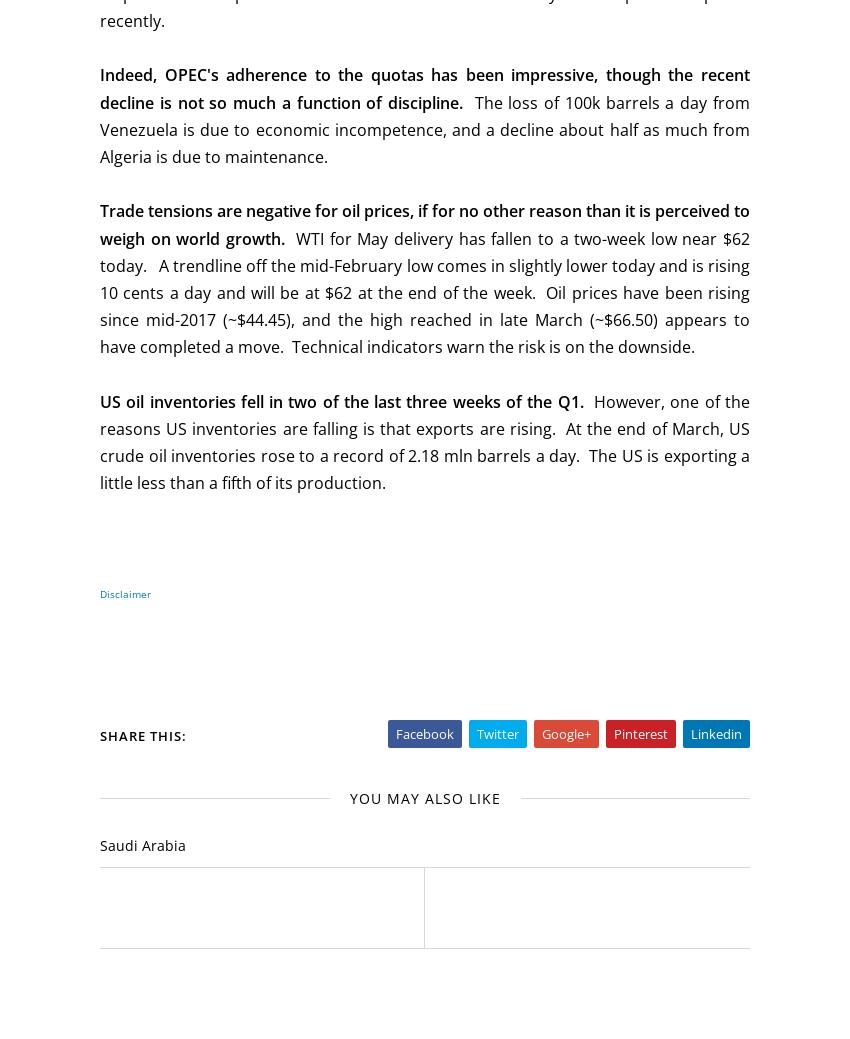  What do you see at coordinates (425, 440) in the screenshot?
I see `'However, one of the reasons US inventories are falling is that exports are rising.  At the end of March, US crude oil inventories rose to a record of 2.18 mln barrels a day.  The US is exporting a little less than a fifth of its production.'` at bounding box center [425, 440].